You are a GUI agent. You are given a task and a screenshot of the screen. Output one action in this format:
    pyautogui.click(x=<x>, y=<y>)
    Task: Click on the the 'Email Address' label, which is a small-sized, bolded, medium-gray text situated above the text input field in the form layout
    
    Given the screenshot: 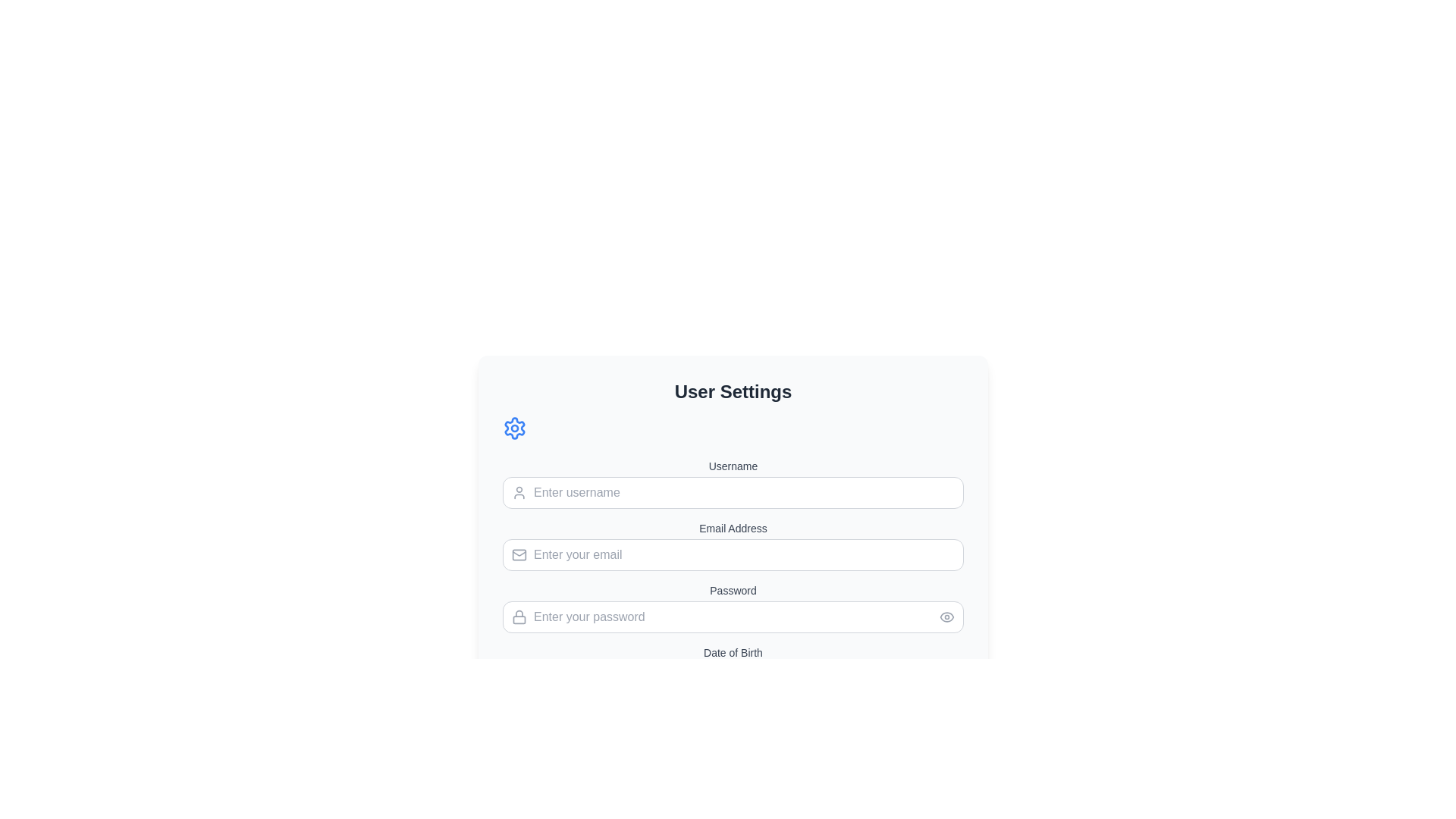 What is the action you would take?
    pyautogui.click(x=733, y=528)
    